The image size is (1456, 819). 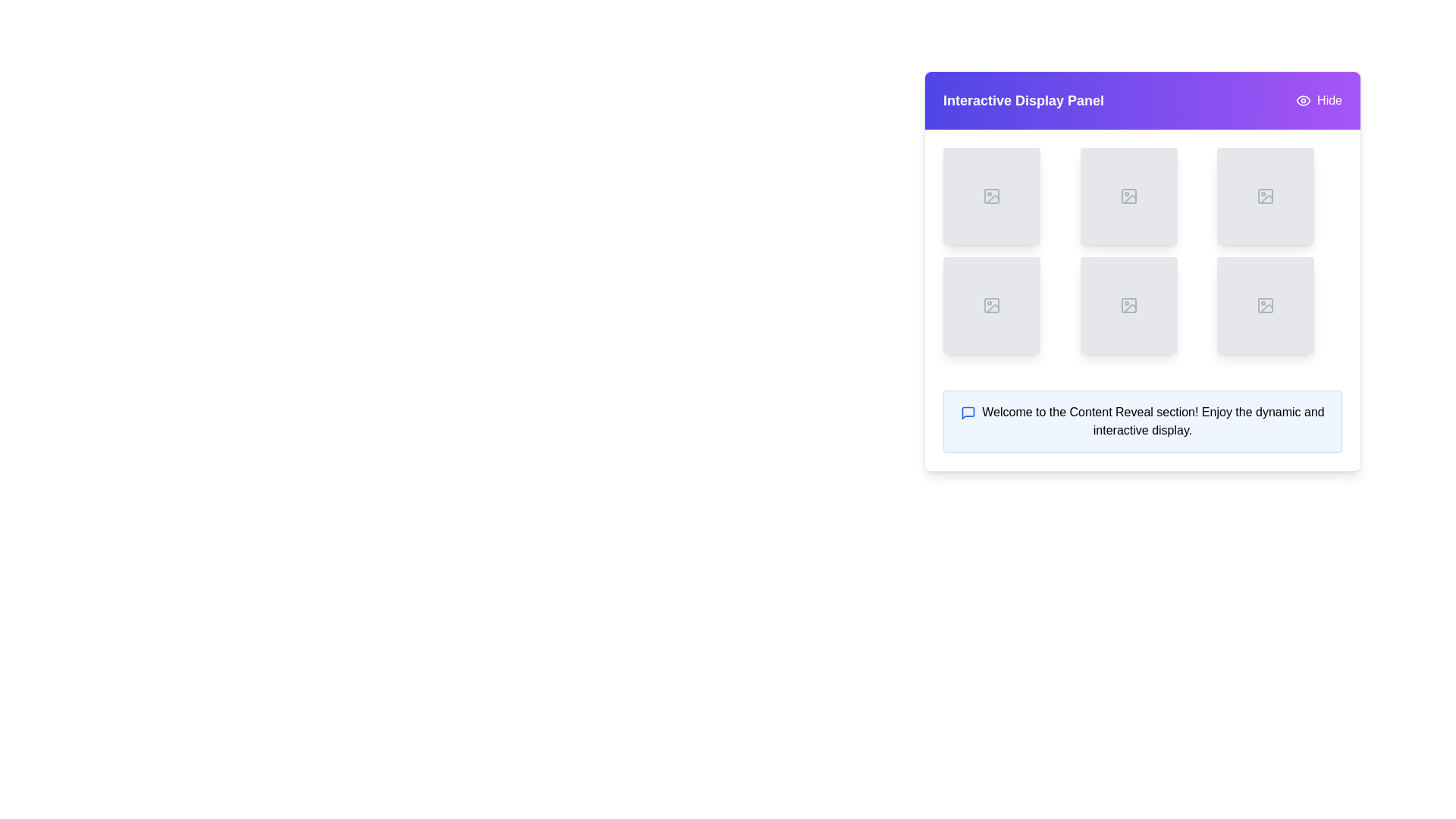 What do you see at coordinates (992, 305) in the screenshot?
I see `the icon located in the second row, second column of the 2x3 grid layout within the 'Interactive Display Panel' section to interact` at bounding box center [992, 305].